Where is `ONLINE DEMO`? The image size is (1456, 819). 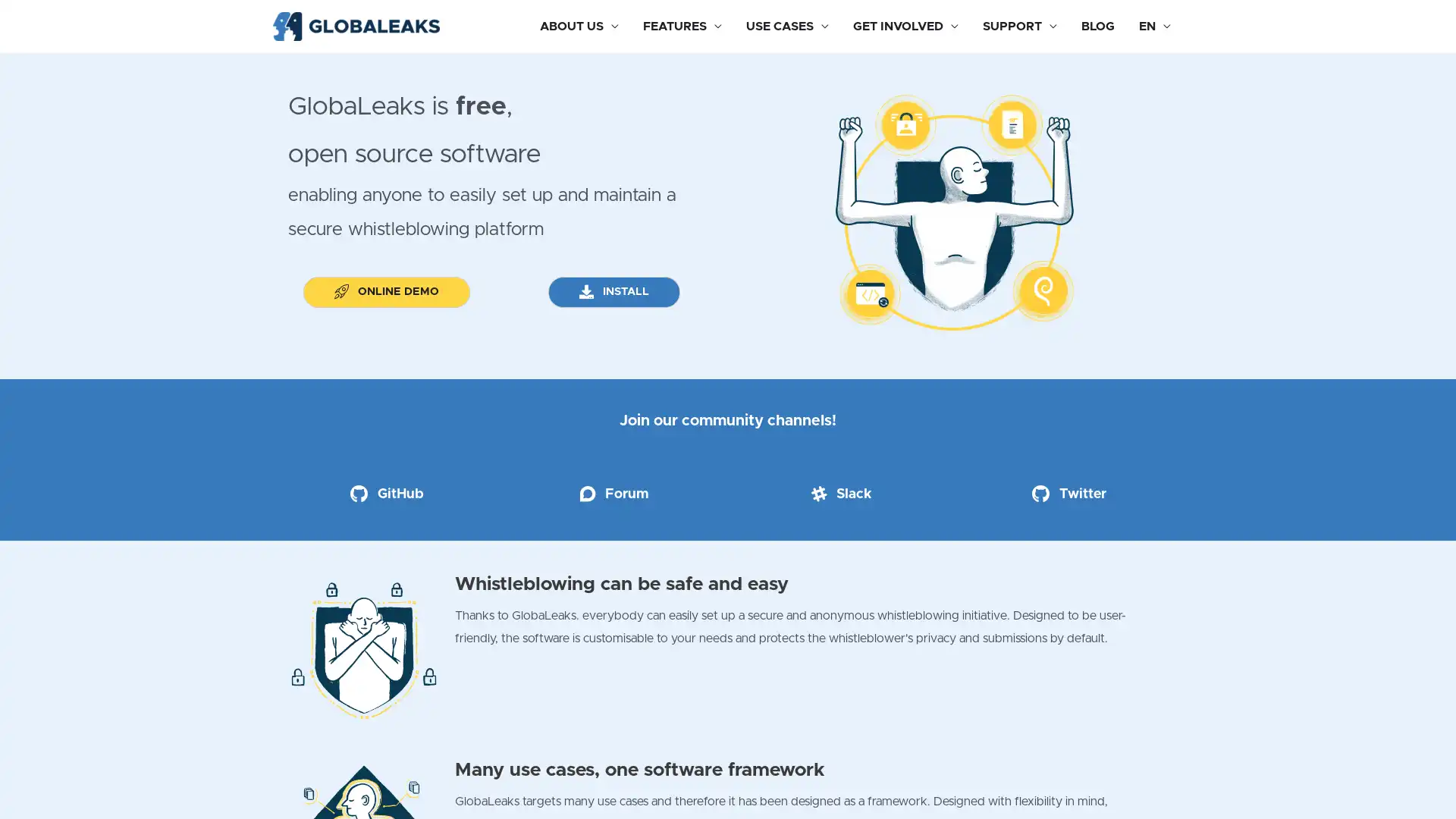
ONLINE DEMO is located at coordinates (386, 293).